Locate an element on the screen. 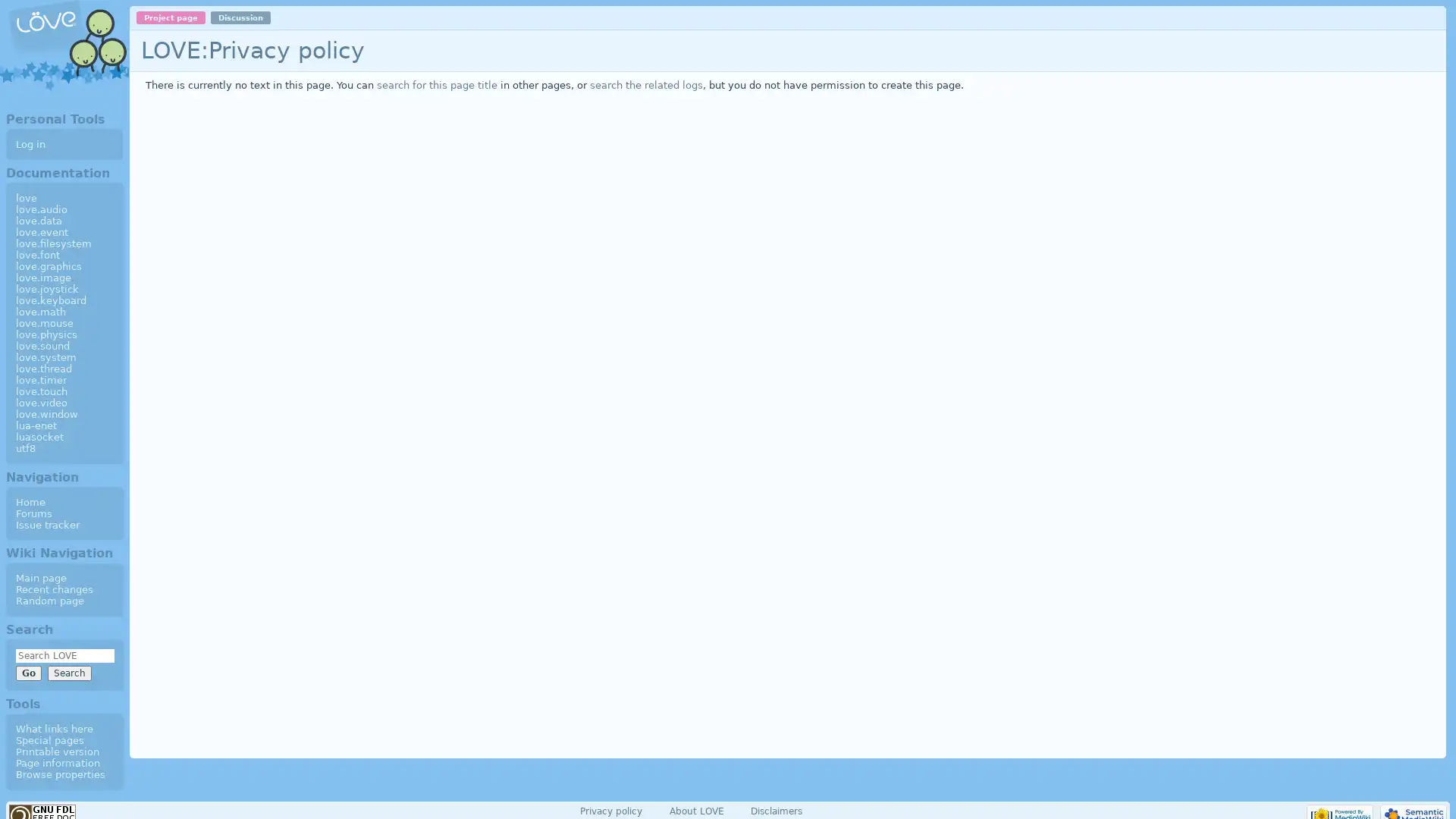 This screenshot has height=819, width=1456. Search is located at coordinates (68, 672).